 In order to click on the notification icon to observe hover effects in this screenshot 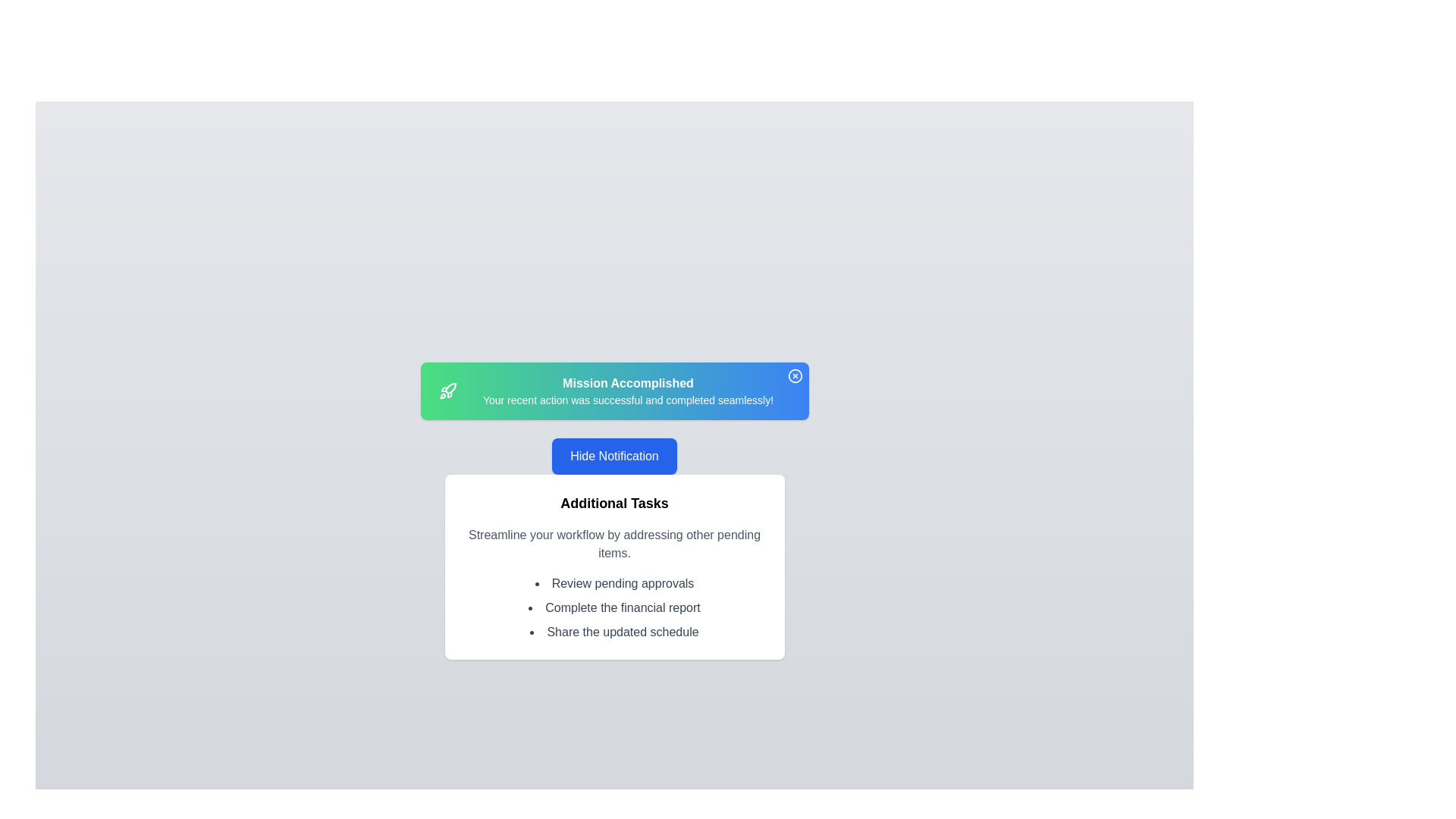, I will do `click(794, 375)`.